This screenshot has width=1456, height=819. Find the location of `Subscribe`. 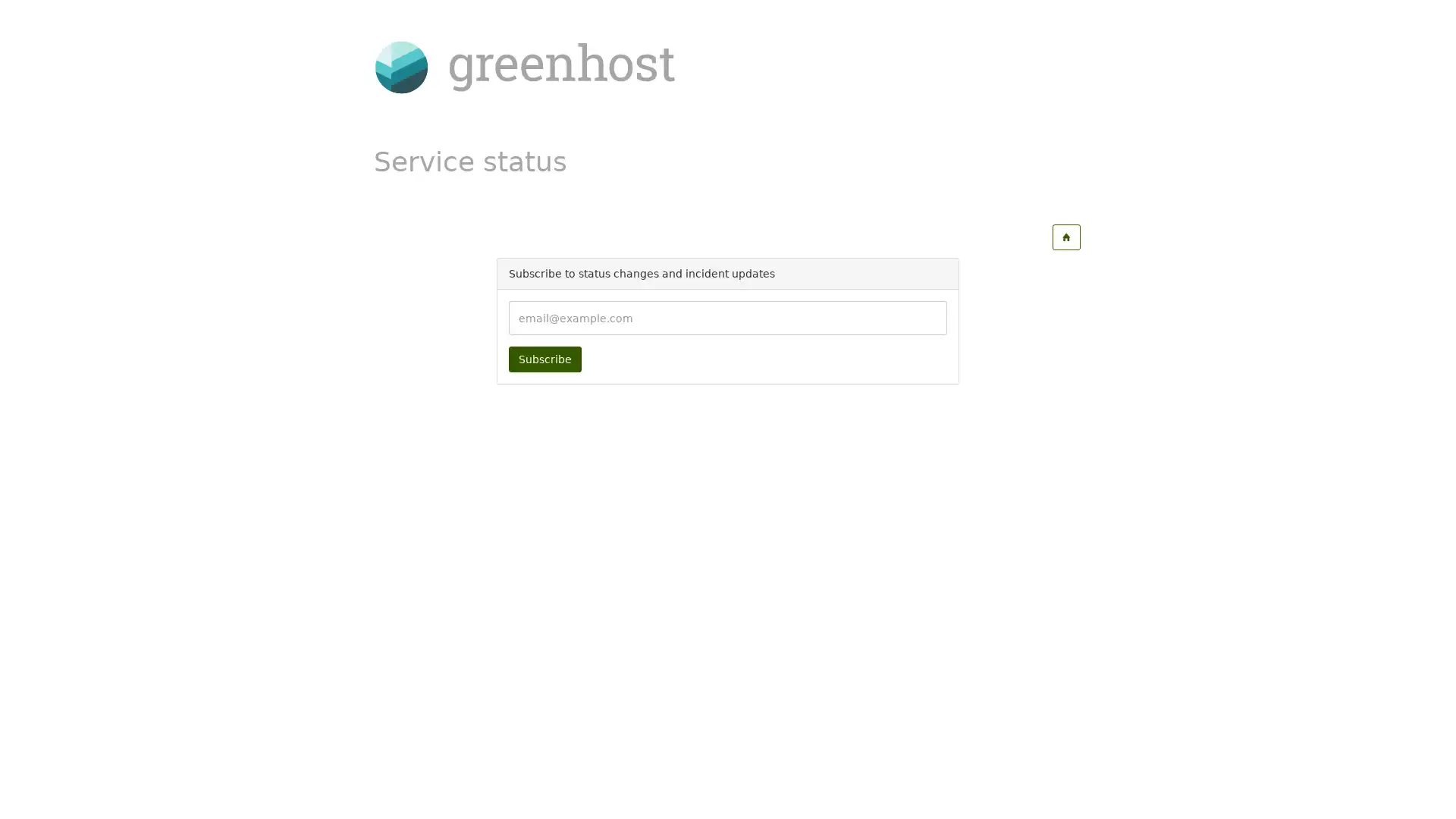

Subscribe is located at coordinates (544, 359).